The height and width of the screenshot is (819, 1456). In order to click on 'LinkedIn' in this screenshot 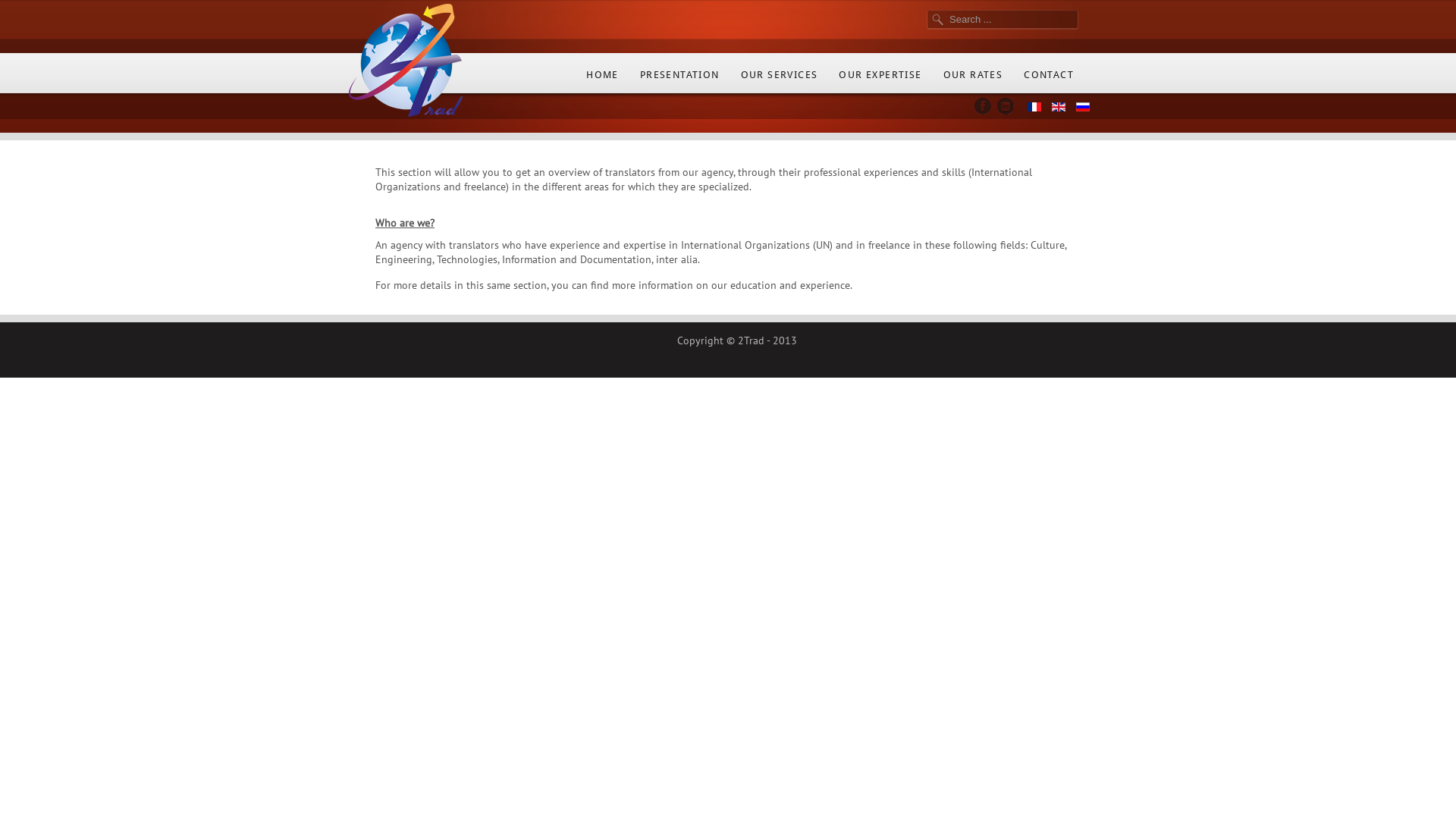, I will do `click(1004, 105)`.